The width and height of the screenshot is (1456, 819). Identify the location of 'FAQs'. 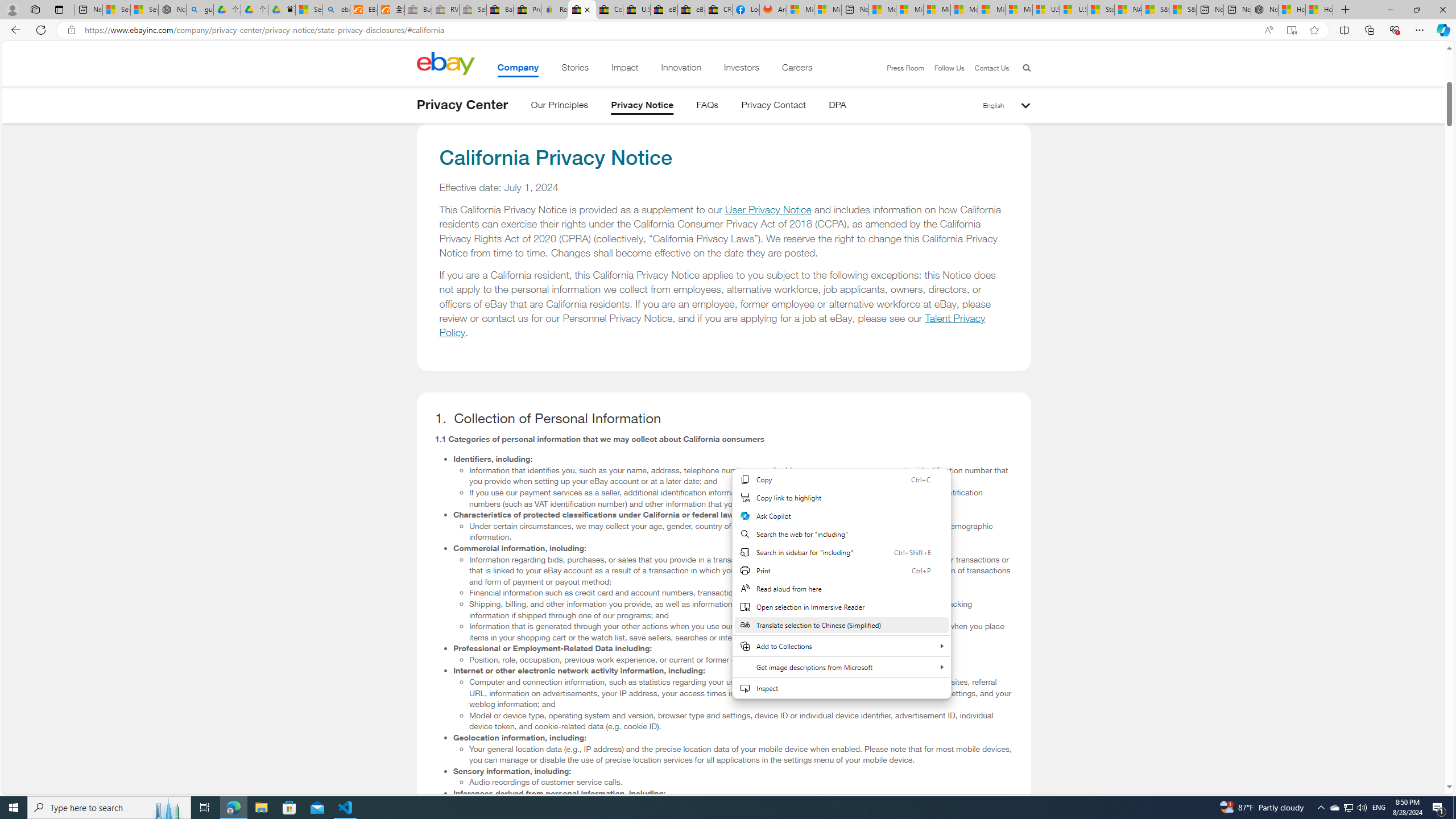
(707, 106).